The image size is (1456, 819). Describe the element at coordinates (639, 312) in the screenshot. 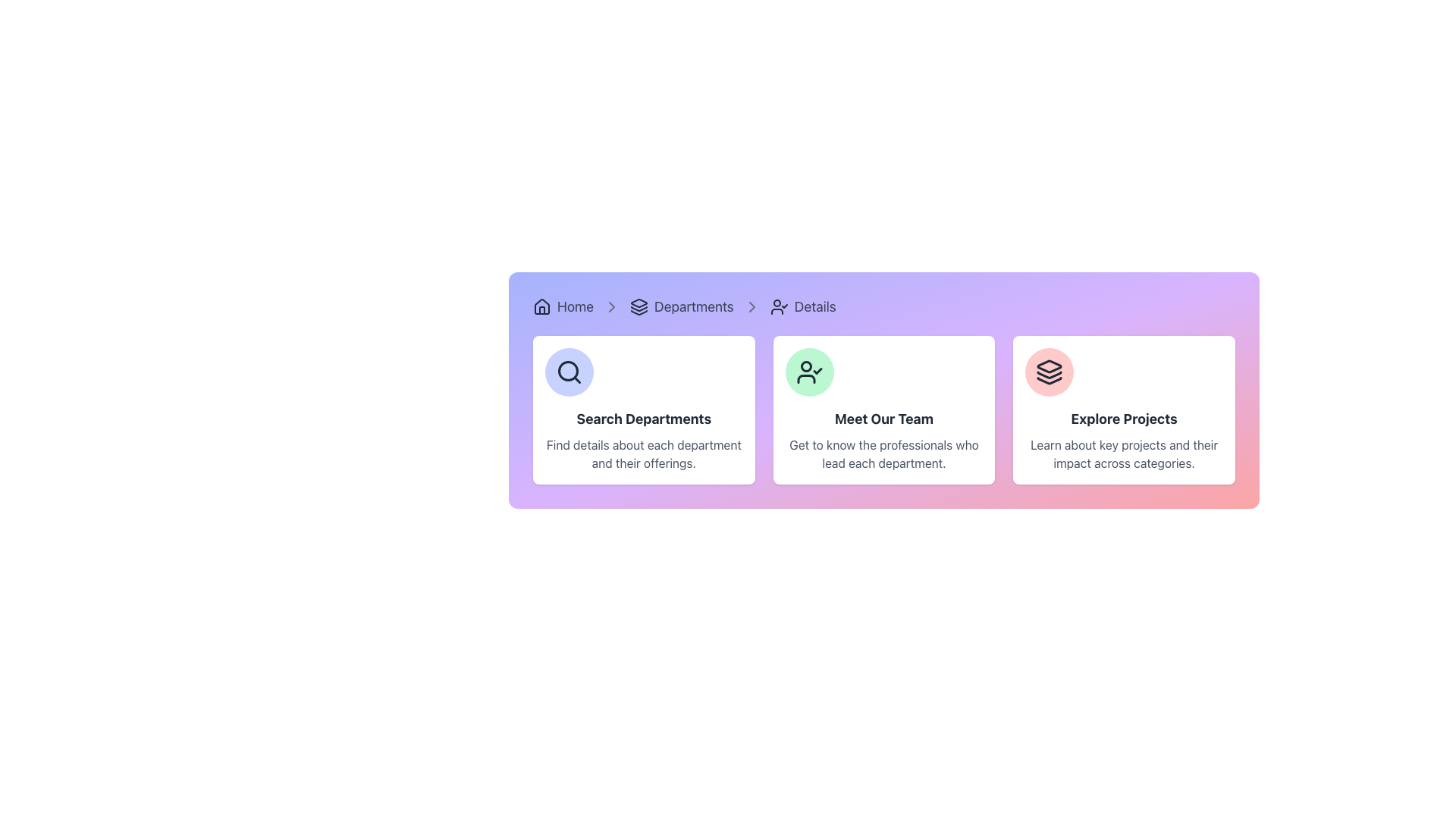

I see `the third and bottom segment of the stacked icon in the navigation trail under the 'Departments' breadcrumb, which represents categories` at that location.